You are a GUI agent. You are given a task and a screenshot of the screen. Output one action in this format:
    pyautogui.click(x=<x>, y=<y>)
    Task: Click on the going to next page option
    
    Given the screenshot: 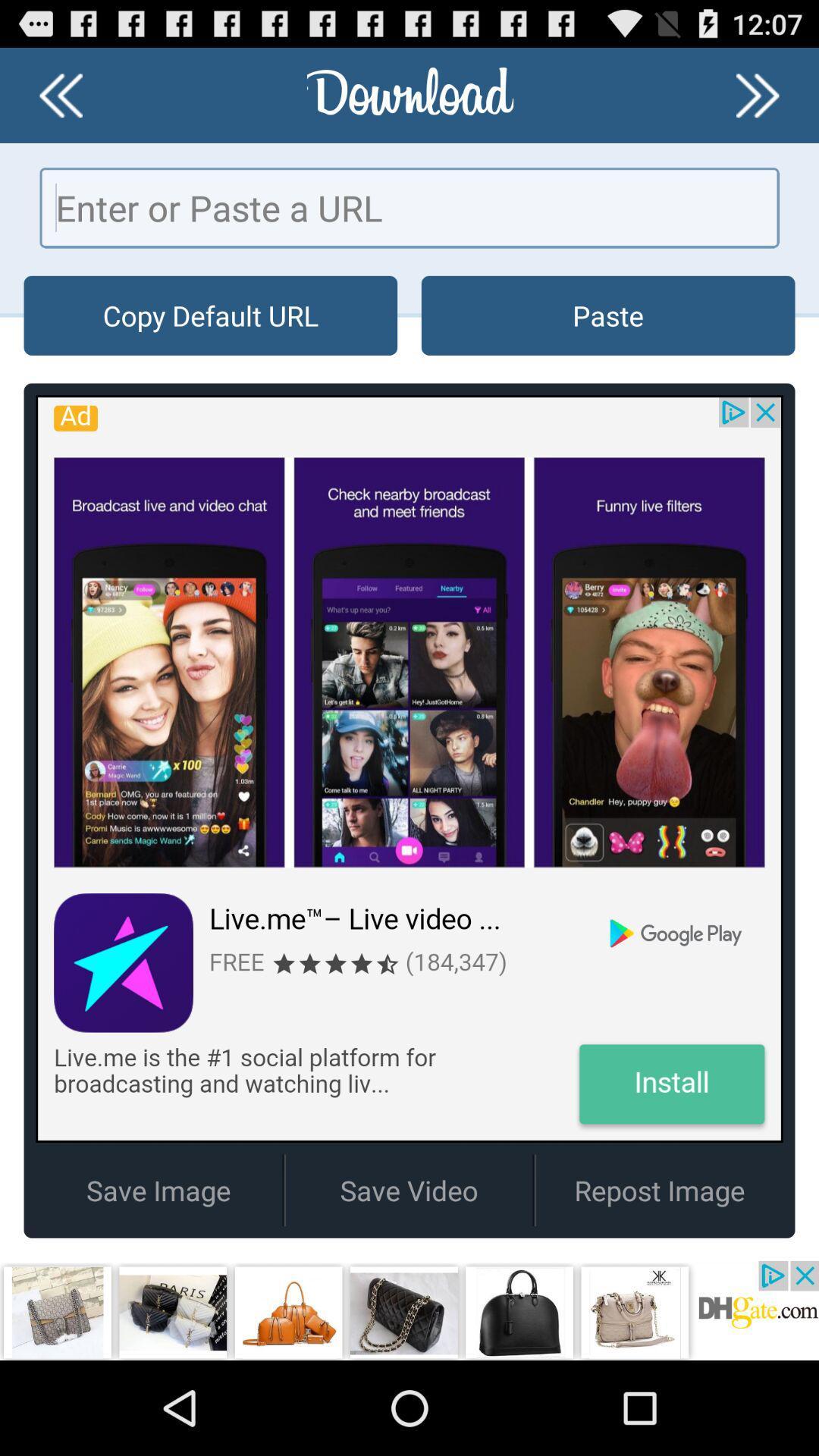 What is the action you would take?
    pyautogui.click(x=758, y=94)
    